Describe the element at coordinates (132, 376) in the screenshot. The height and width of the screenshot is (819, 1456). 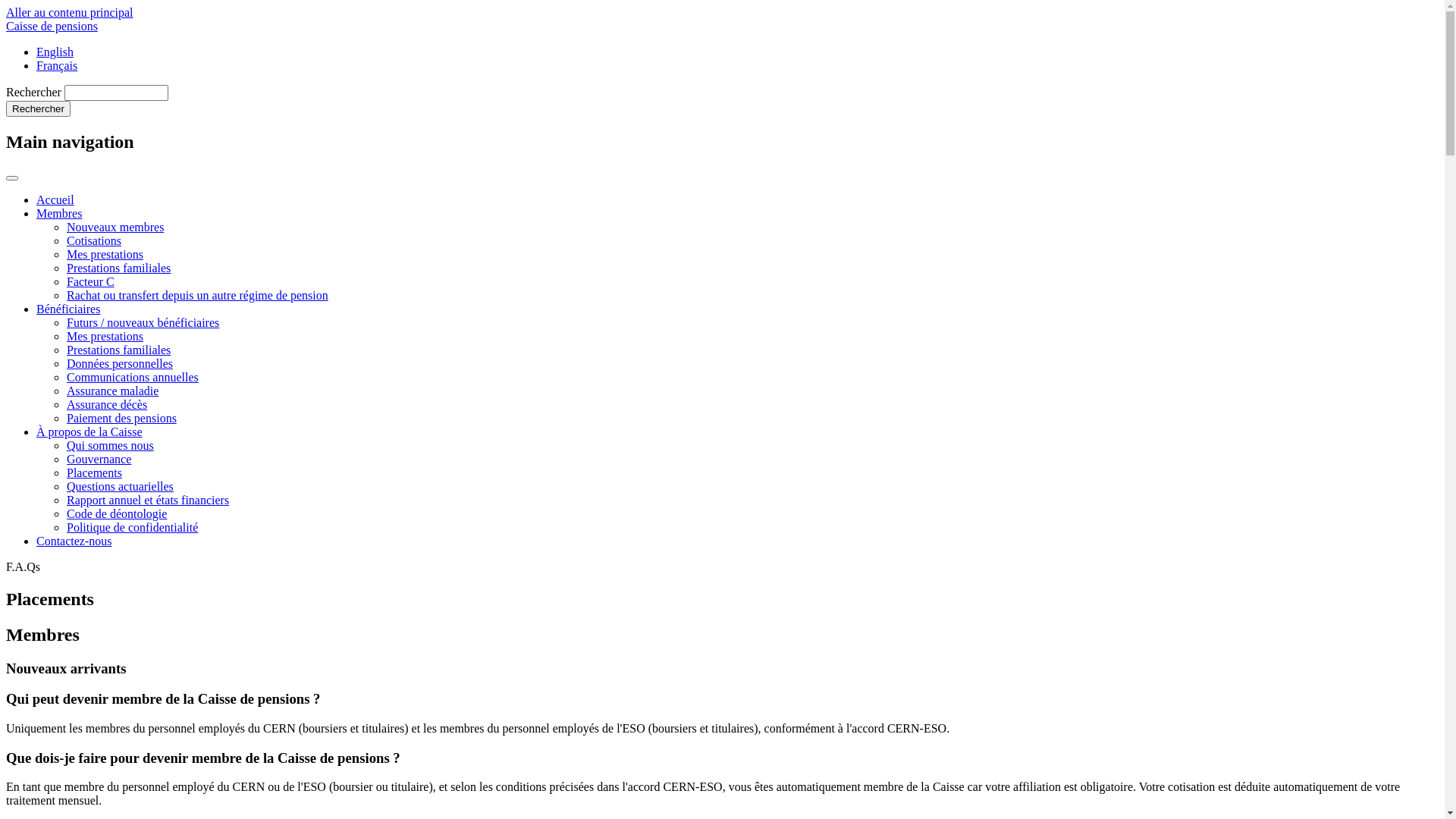
I see `'Communications annuelles'` at that location.